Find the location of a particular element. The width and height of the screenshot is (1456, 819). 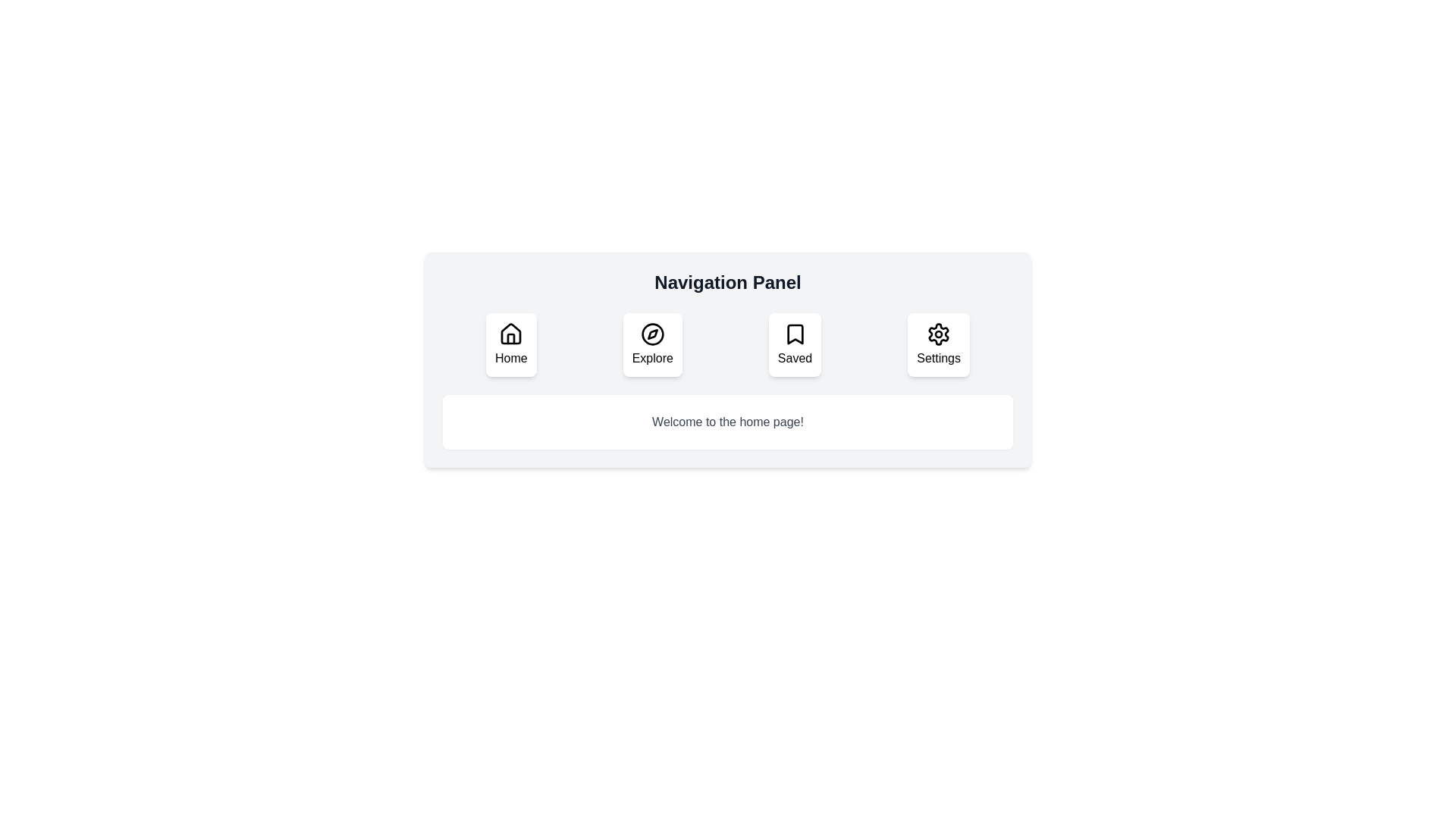

keyboard navigation is located at coordinates (511, 333).